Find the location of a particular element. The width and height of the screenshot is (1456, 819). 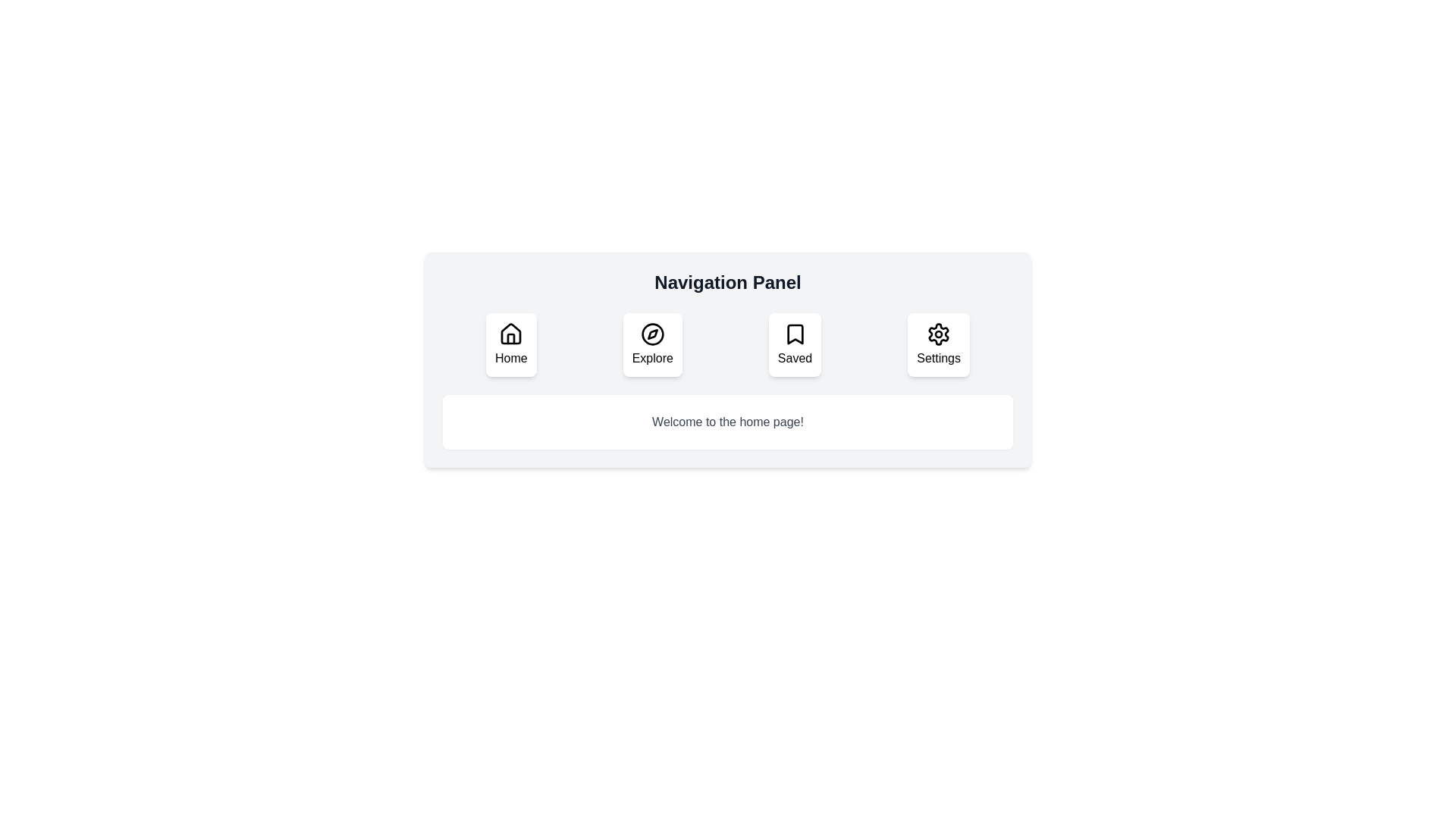

keyboard navigation is located at coordinates (511, 333).